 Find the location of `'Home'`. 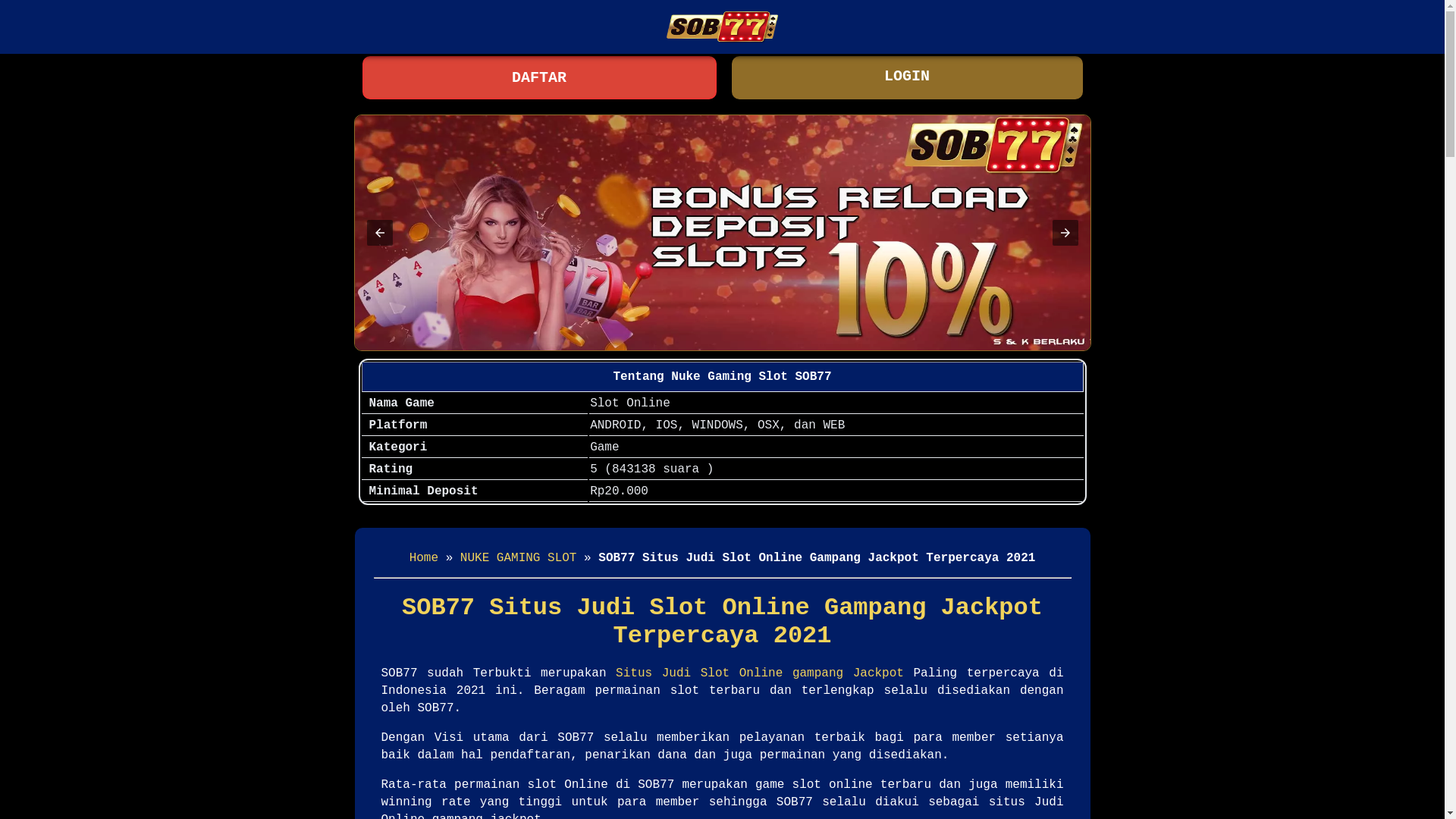

'Home' is located at coordinates (423, 558).